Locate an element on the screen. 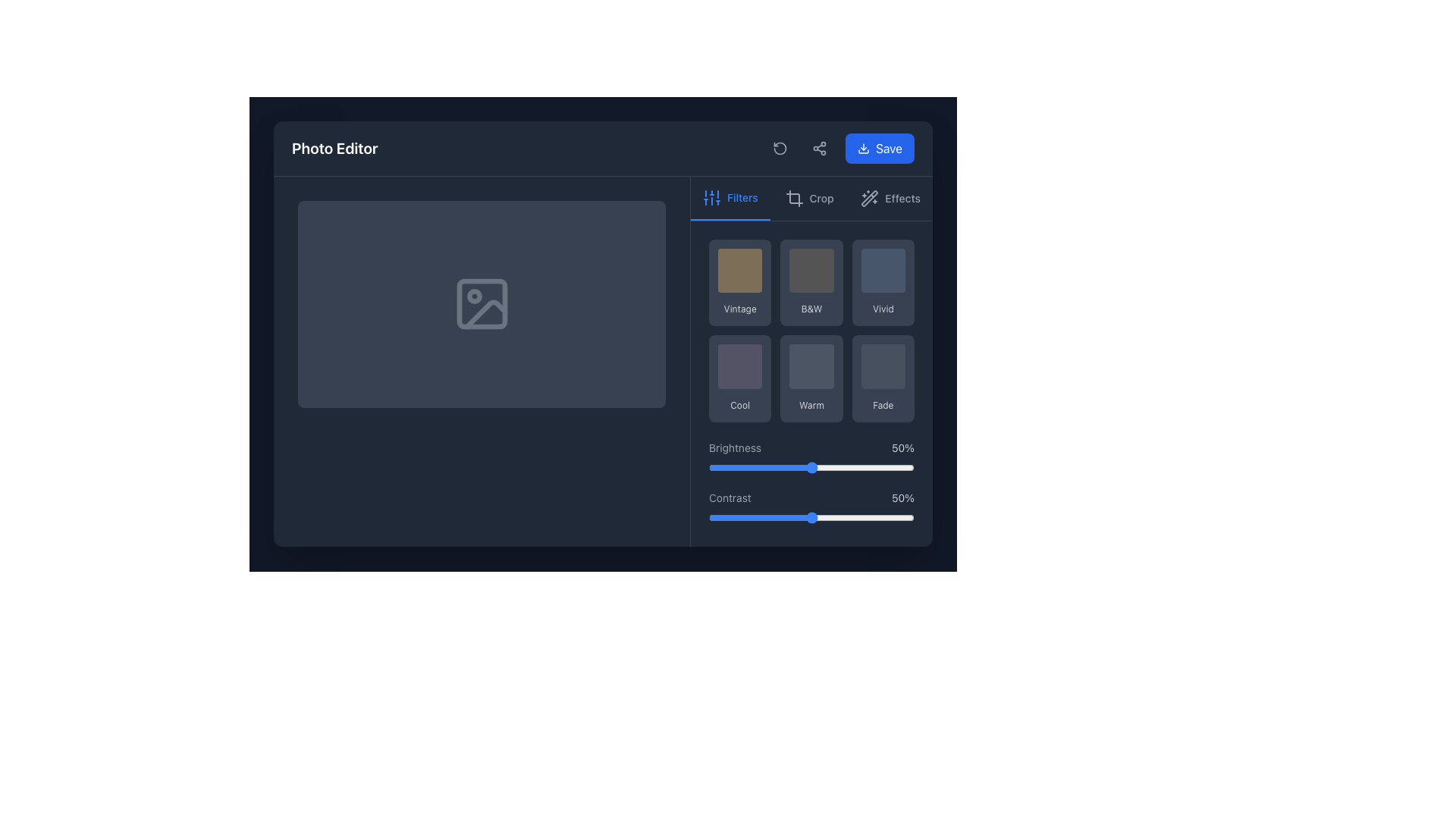 This screenshot has height=819, width=1456. the interactive visual square with rounded corners and a dark gray color located inside the button labeled 'Cool' is located at coordinates (740, 366).